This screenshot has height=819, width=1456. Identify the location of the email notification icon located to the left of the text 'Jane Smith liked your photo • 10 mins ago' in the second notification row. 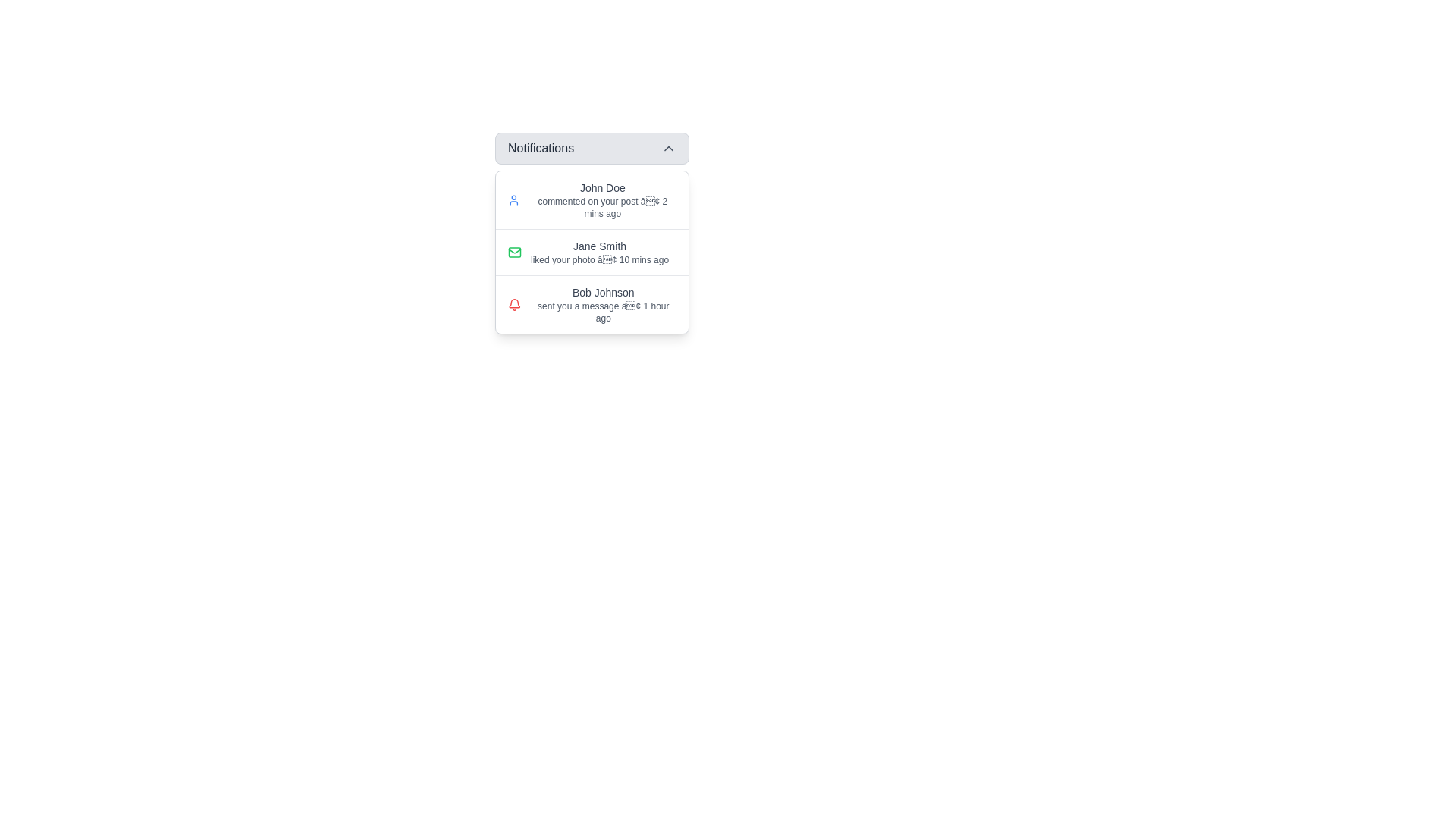
(514, 251).